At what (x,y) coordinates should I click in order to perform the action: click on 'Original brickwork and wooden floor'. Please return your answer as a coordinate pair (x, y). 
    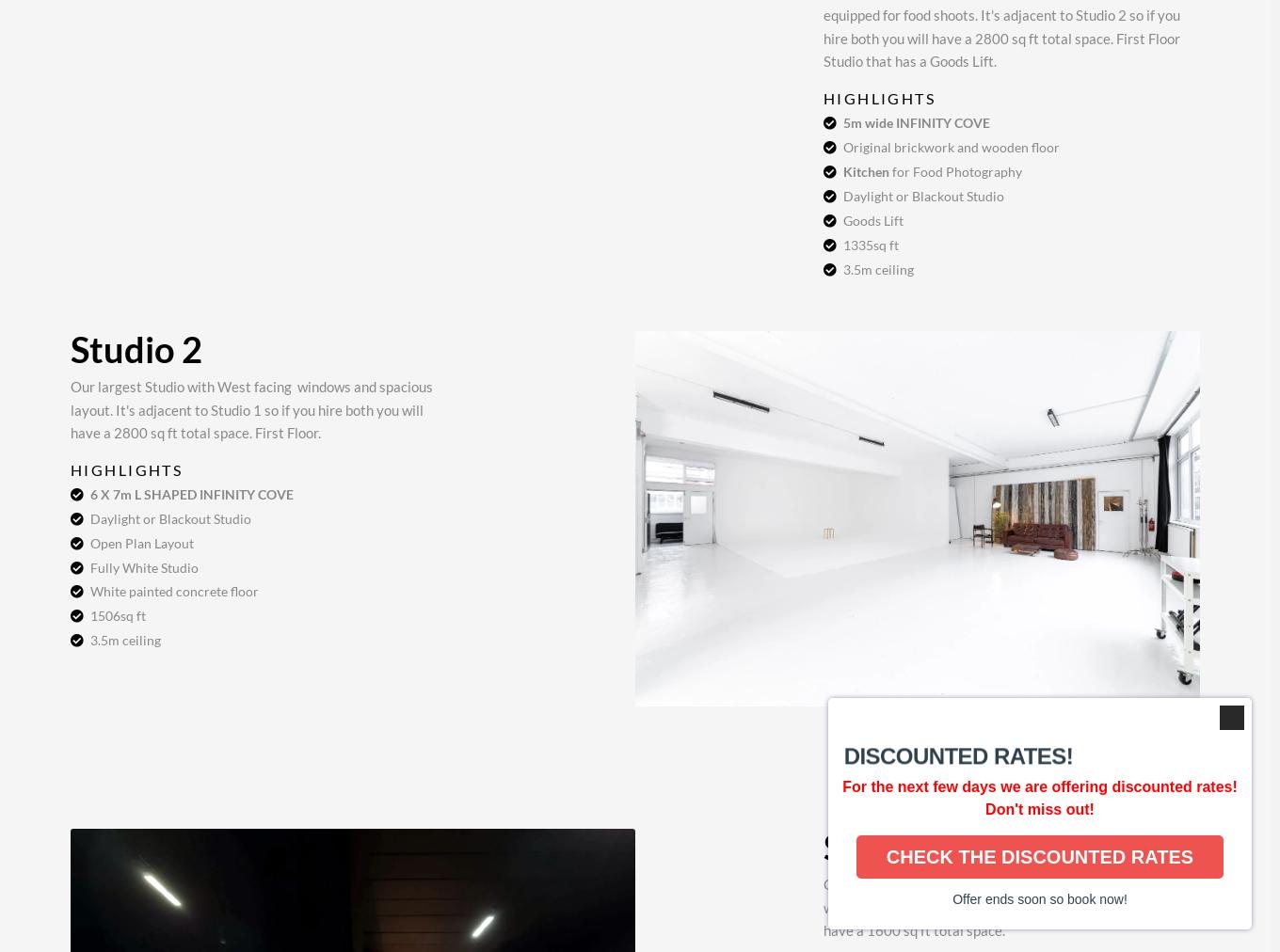
    Looking at the image, I should click on (951, 147).